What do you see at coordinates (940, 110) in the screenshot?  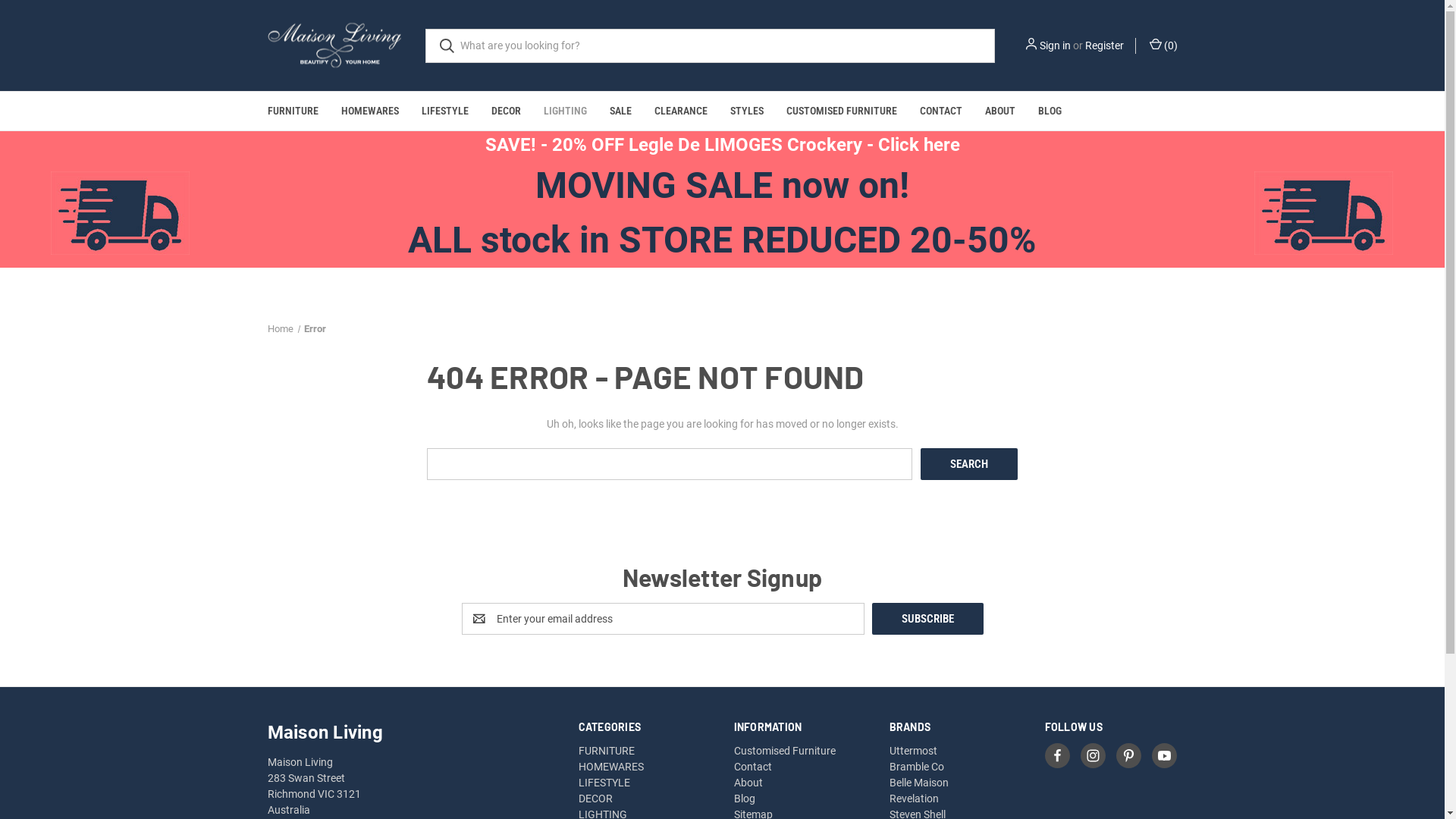 I see `'CONTACT'` at bounding box center [940, 110].